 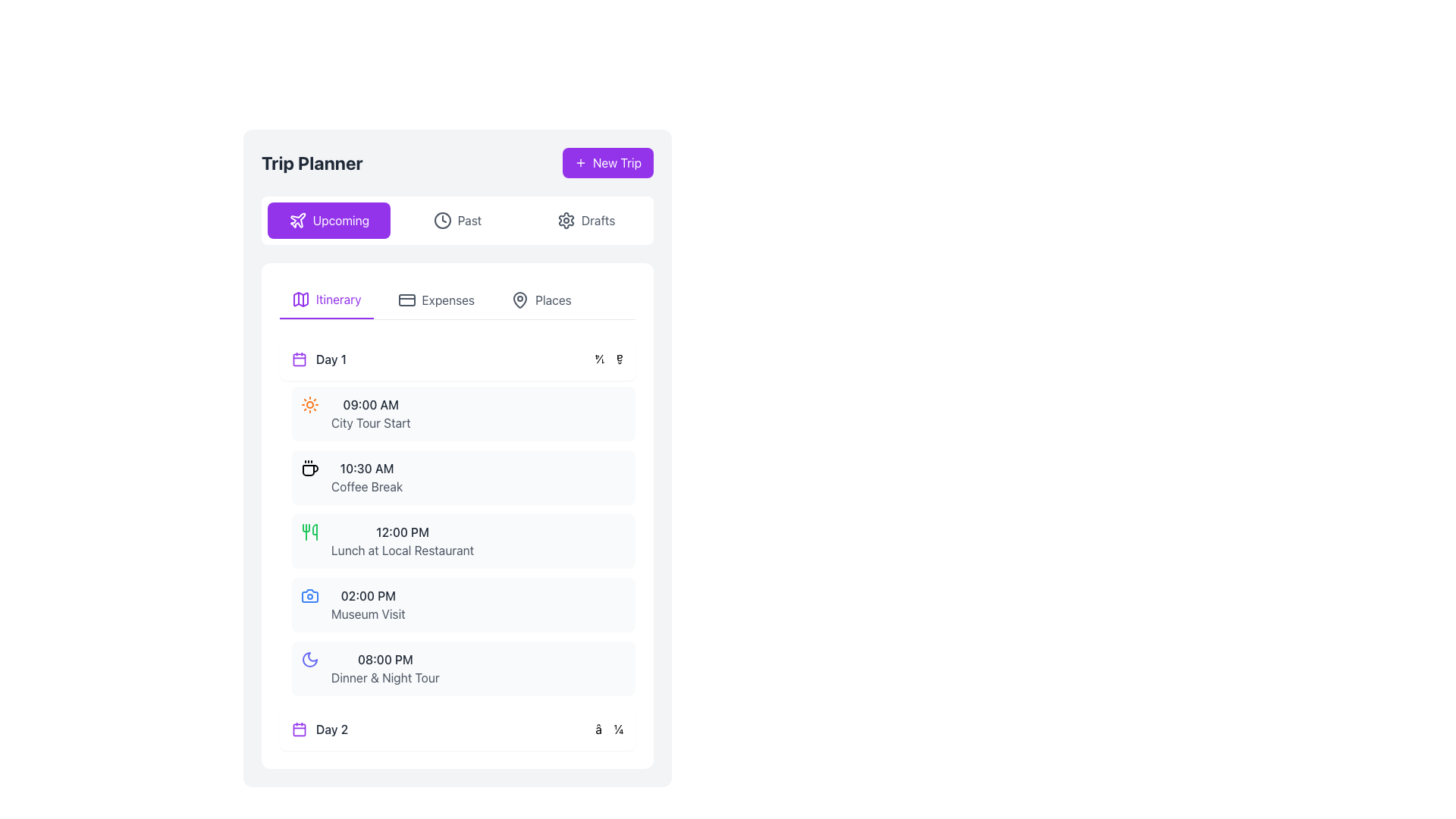 What do you see at coordinates (367, 476) in the screenshot?
I see `details of the text-based event item in the itinerary that displays '10:30 AM' and 'Coffee Break', which is the second item under 'Day 1'` at bounding box center [367, 476].